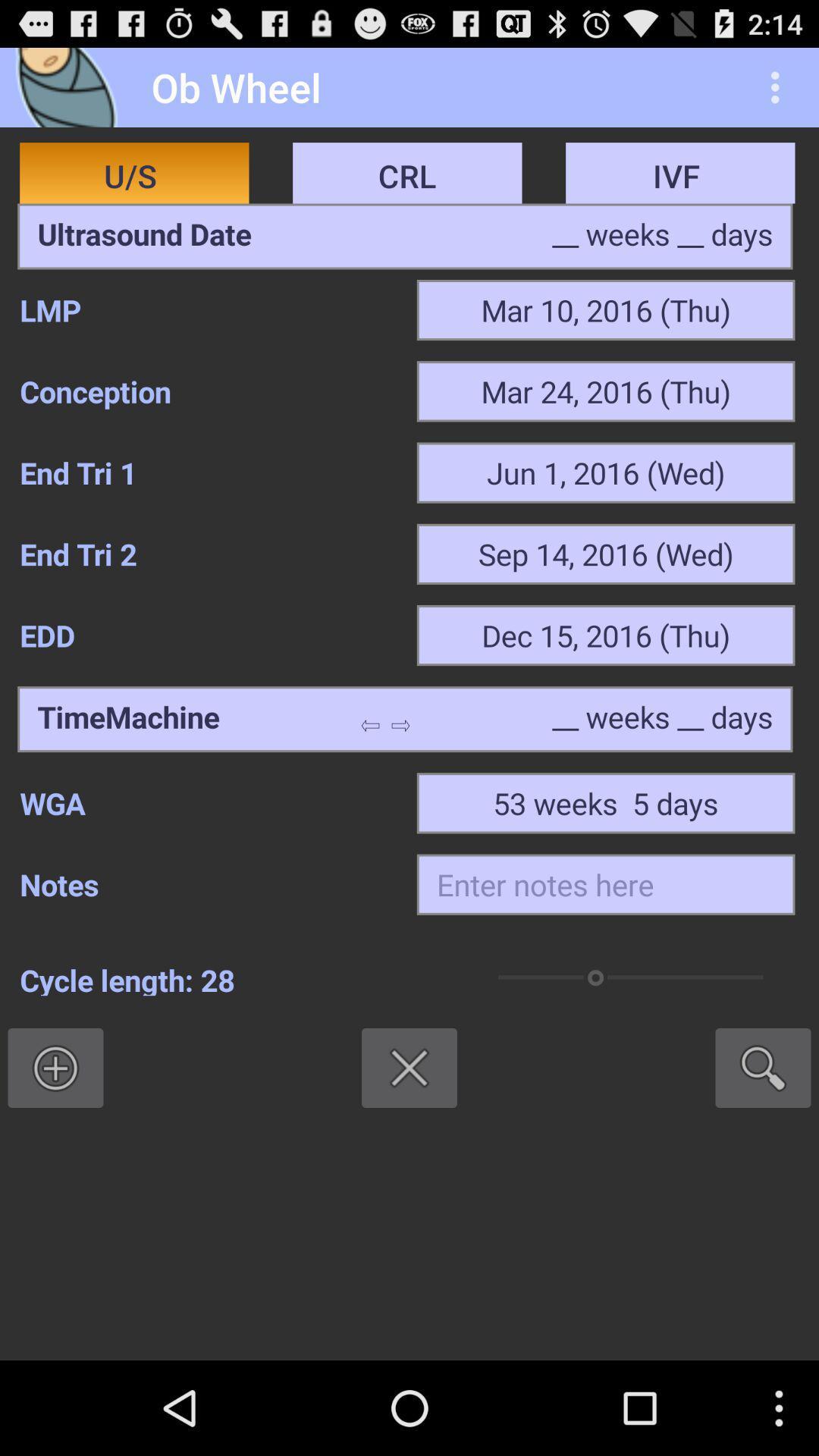 This screenshot has width=819, height=1456. I want to click on the add icon, so click(55, 1143).